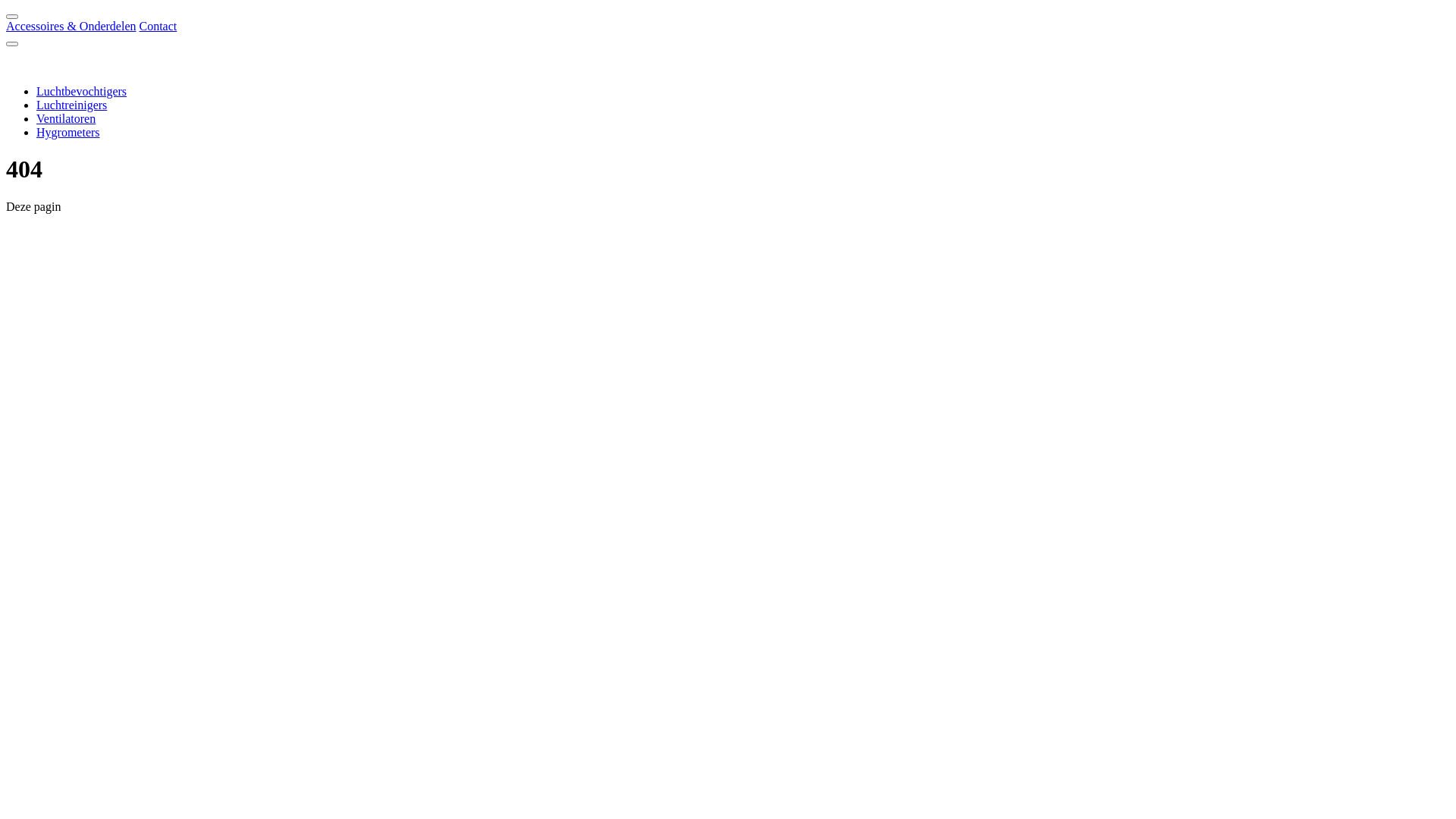 The width and height of the screenshot is (1456, 819). What do you see at coordinates (71, 26) in the screenshot?
I see `'Accessoires & Onderdelen'` at bounding box center [71, 26].